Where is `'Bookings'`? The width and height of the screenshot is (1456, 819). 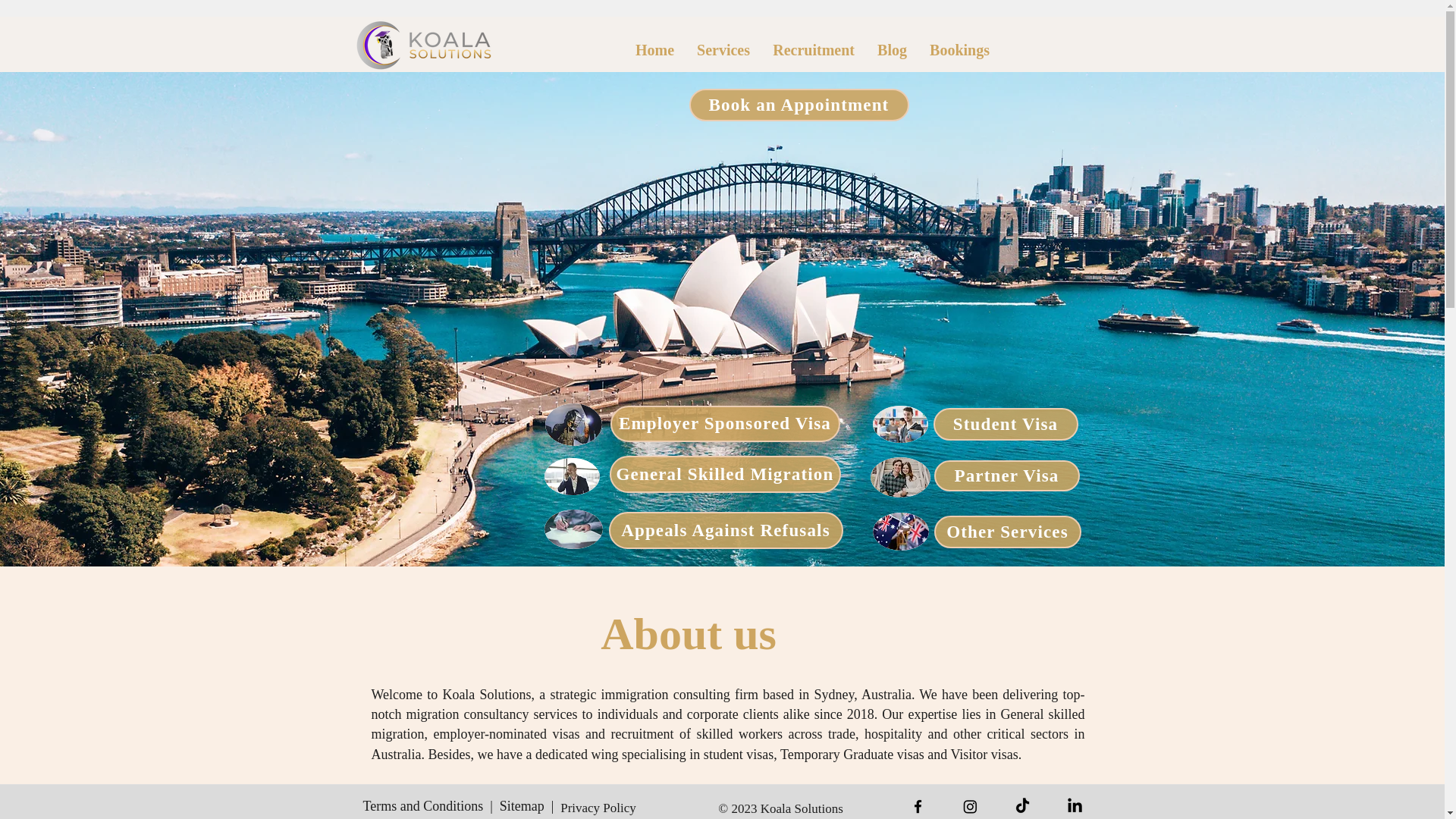
'Bookings' is located at coordinates (959, 49).